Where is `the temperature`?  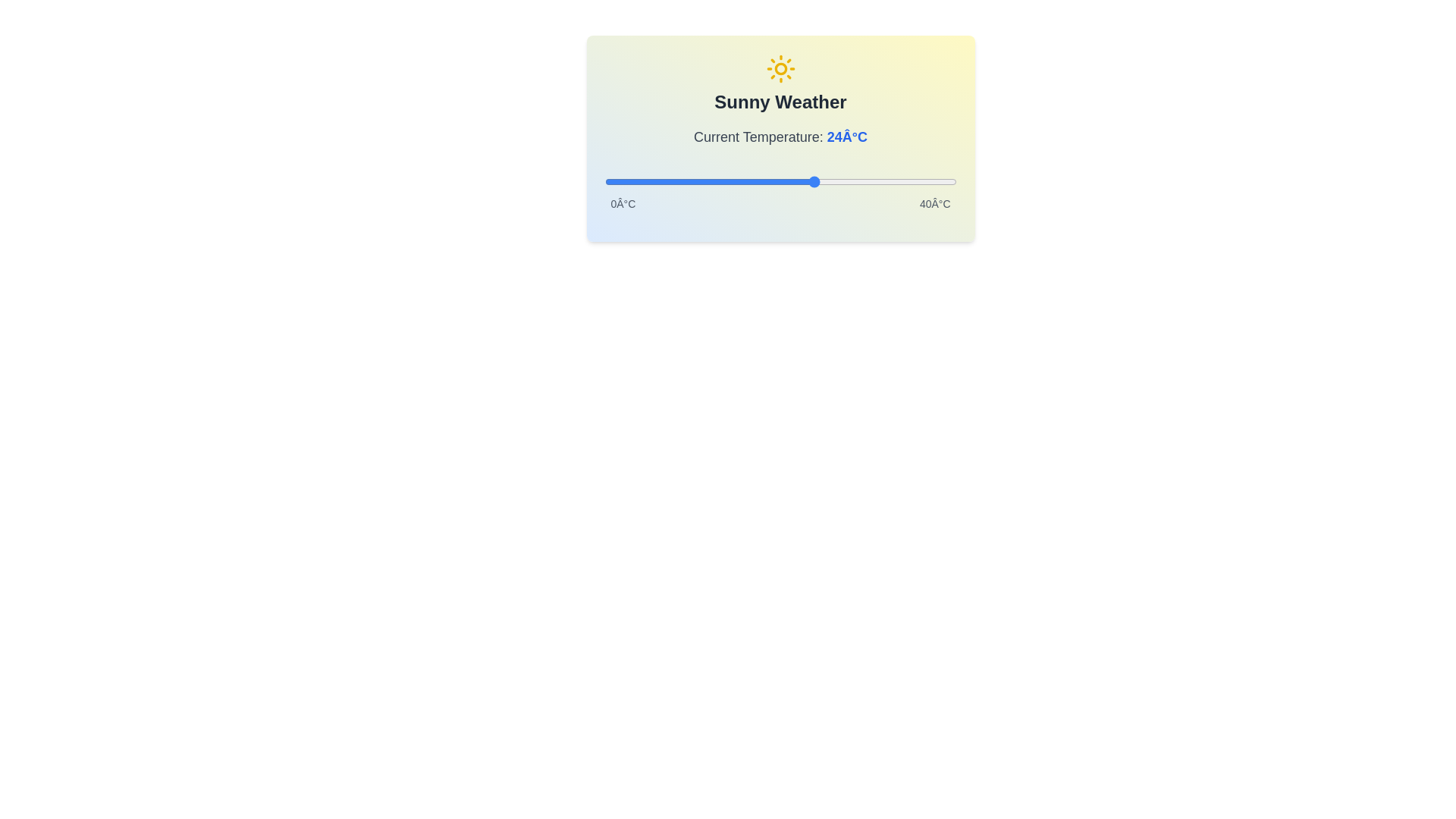 the temperature is located at coordinates (692, 180).